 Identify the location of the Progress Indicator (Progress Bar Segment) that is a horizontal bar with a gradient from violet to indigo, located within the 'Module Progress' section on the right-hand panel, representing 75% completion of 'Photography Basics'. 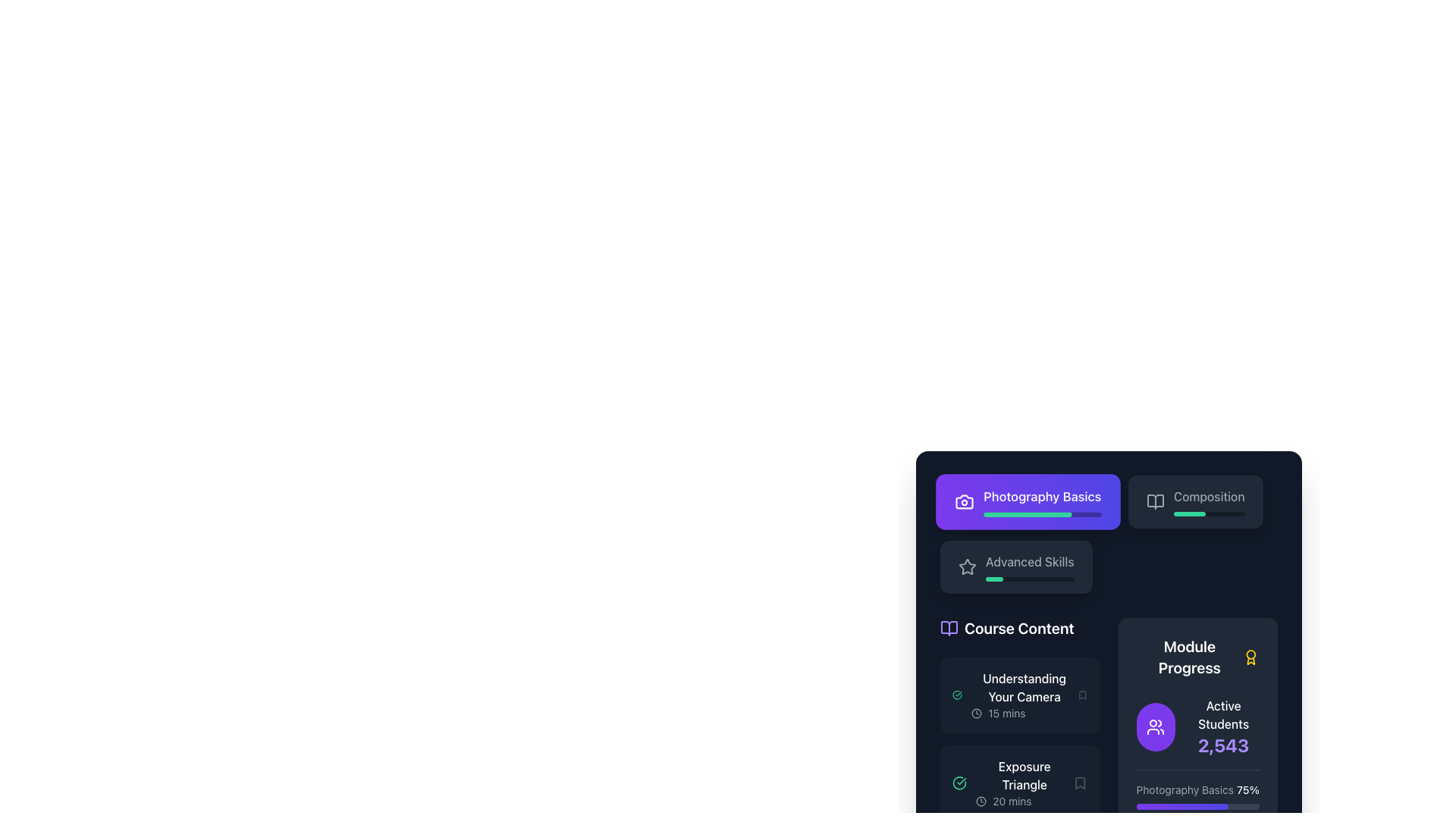
(1181, 806).